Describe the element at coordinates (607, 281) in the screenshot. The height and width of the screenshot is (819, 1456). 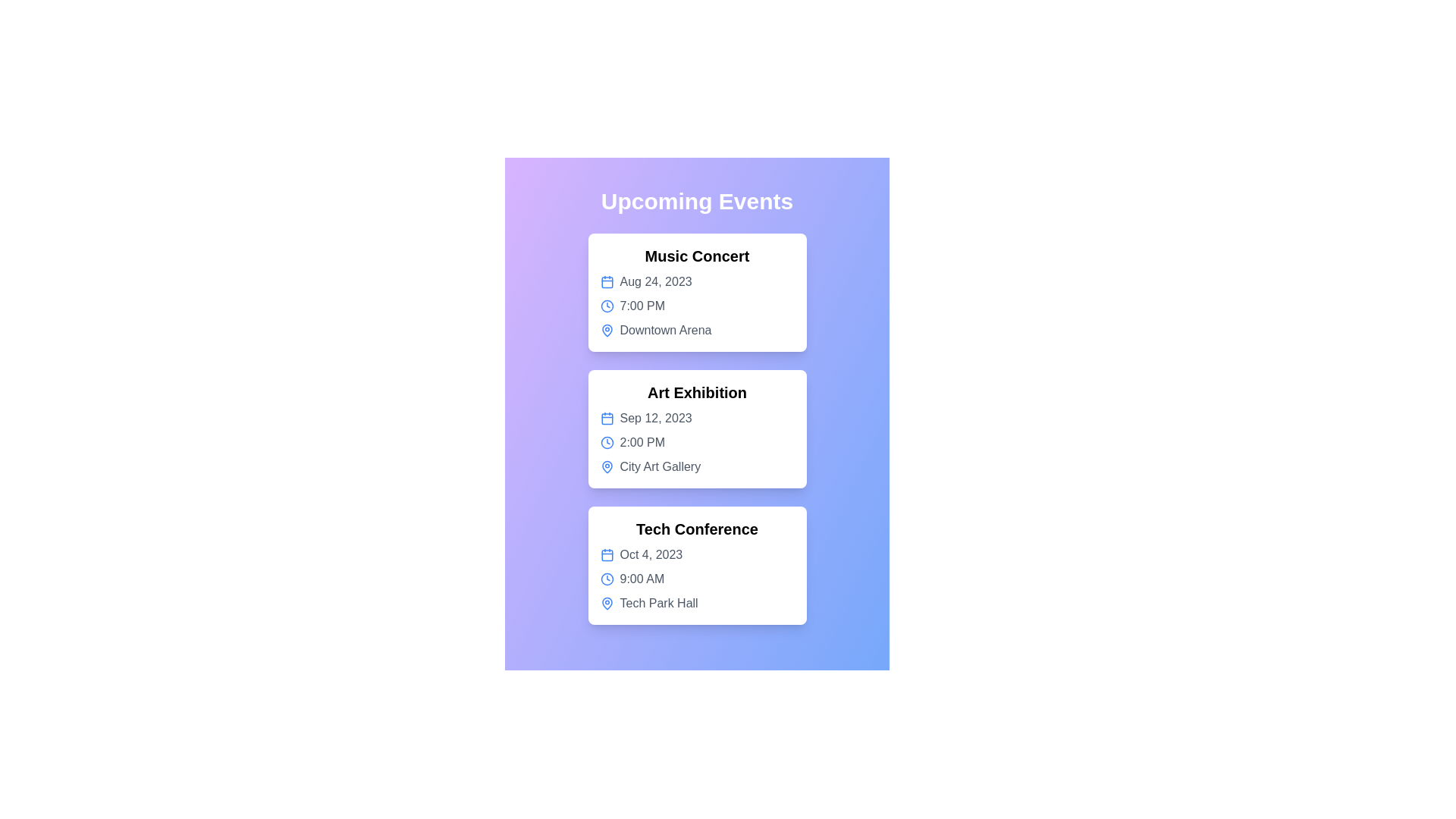
I see `the calendar icon representing the date 'Aug 24, 2023' in the upper left of the first event card under 'Upcoming Events'` at that location.